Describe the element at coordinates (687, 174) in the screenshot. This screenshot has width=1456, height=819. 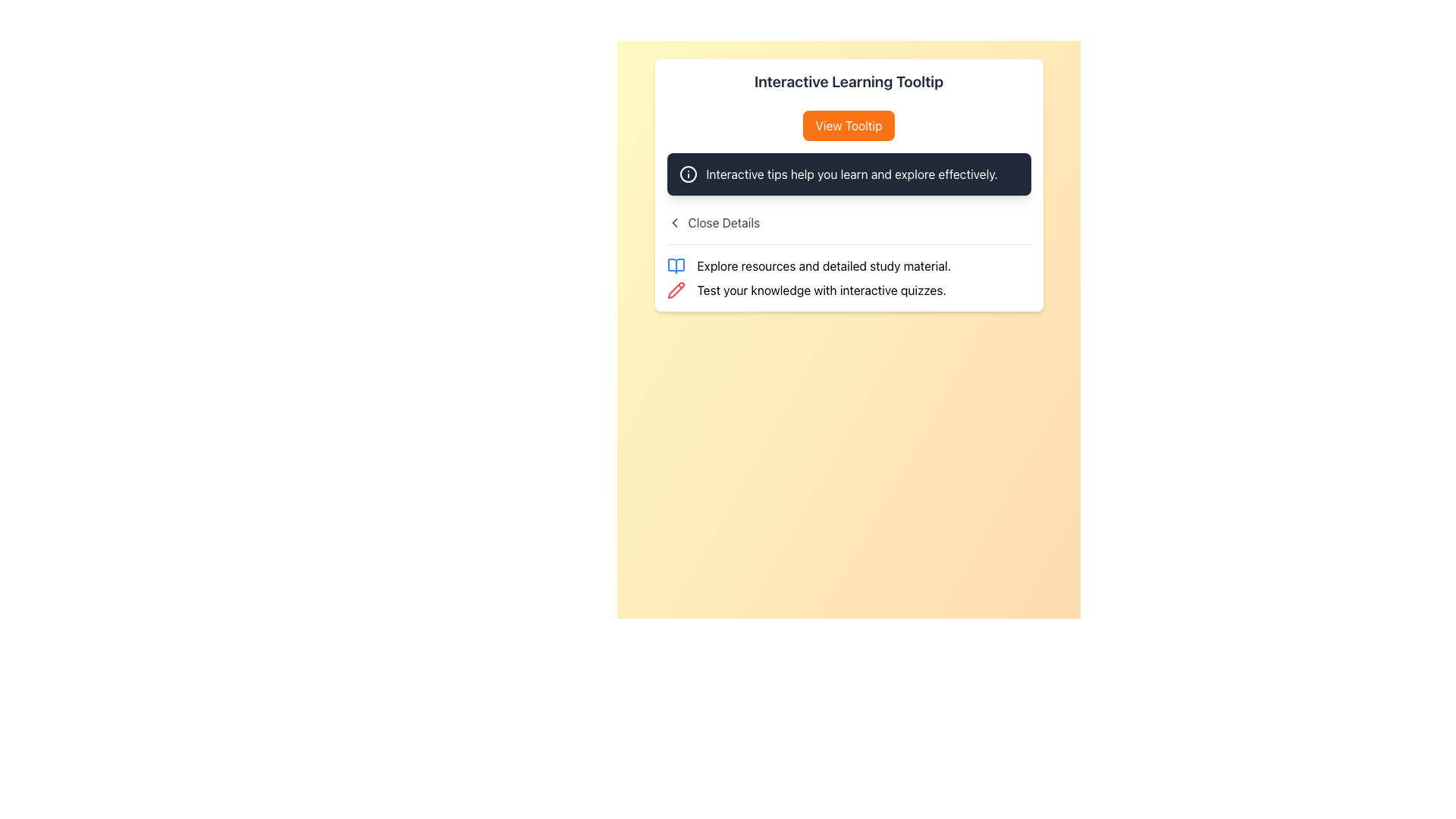
I see `the circular information icon located to the left of the text 'Interactive tips help you learn and explore effectively.' in the tooltip dialog` at that location.